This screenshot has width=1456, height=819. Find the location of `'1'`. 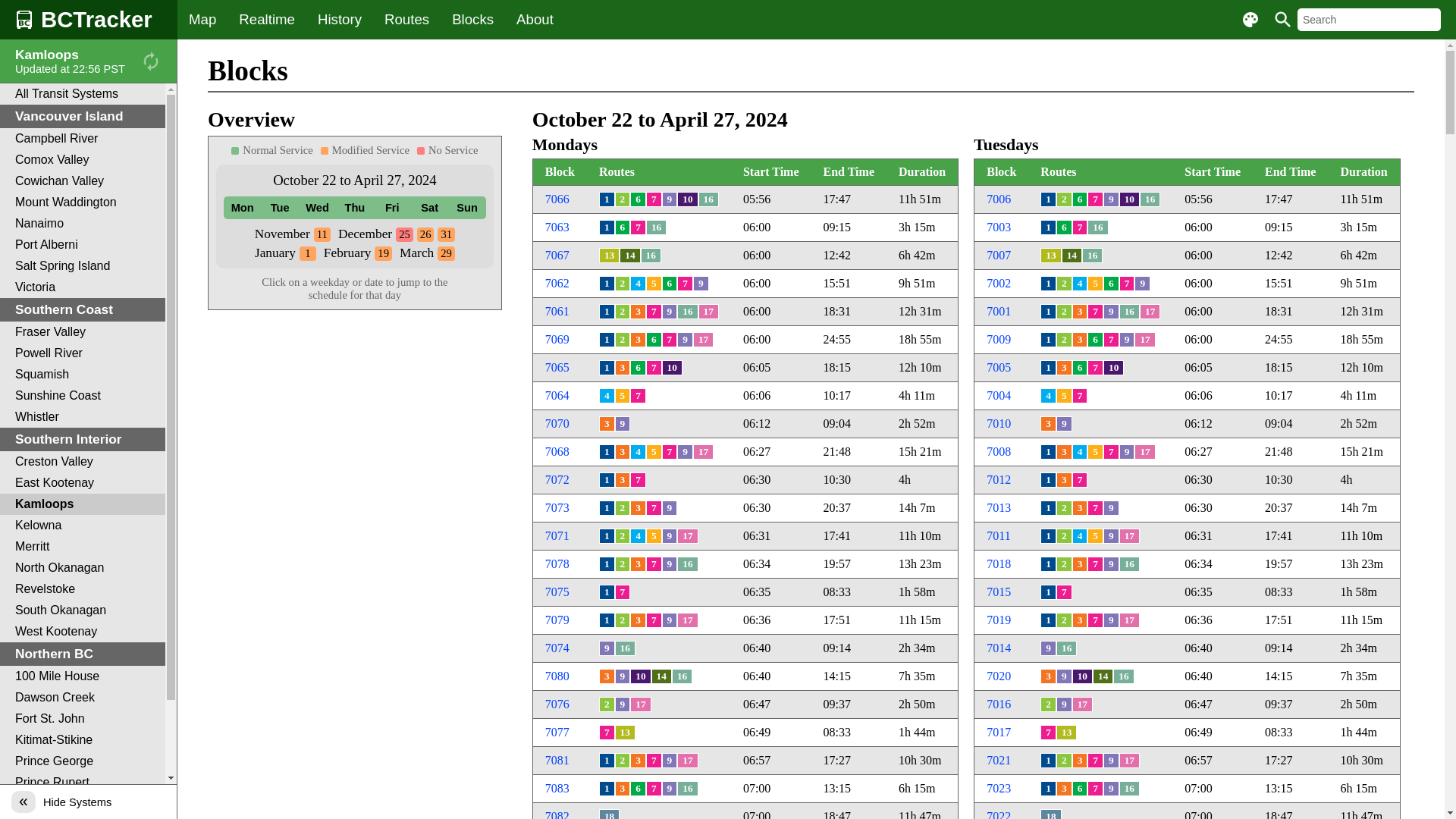

'1' is located at coordinates (1047, 227).